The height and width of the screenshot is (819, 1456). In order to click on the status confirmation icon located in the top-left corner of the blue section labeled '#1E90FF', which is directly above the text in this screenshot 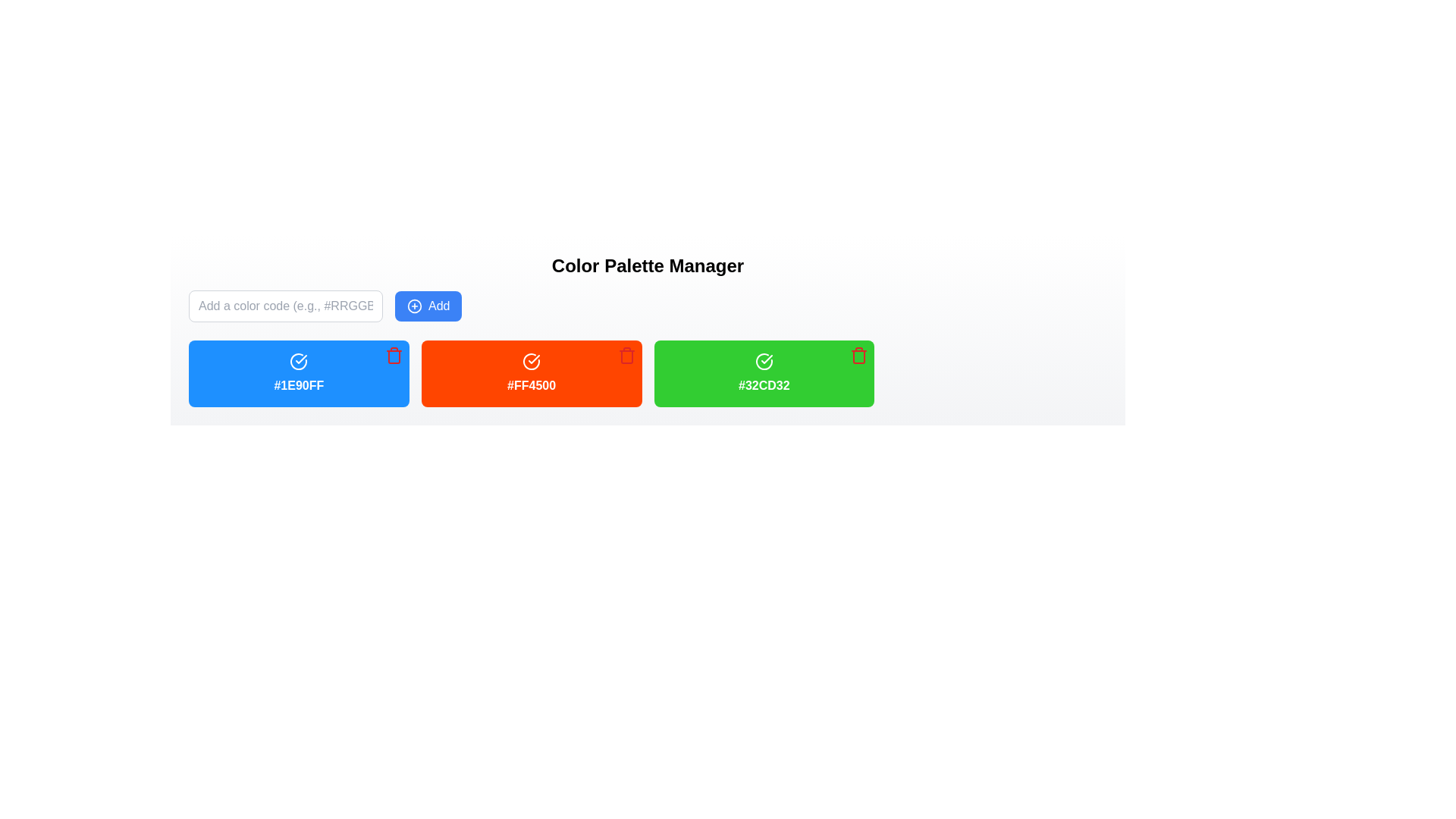, I will do `click(299, 362)`.